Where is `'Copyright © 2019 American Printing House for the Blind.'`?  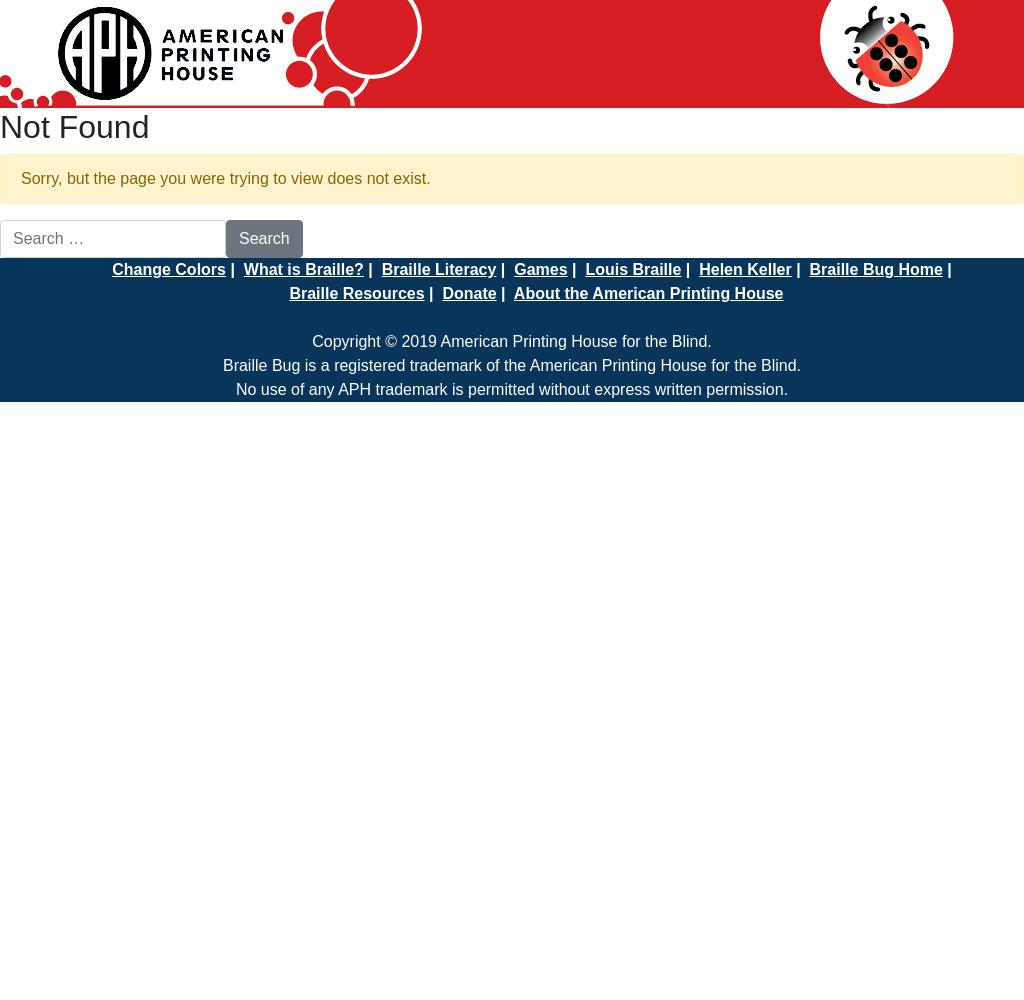 'Copyright © 2019 American Printing House for the Blind.' is located at coordinates (311, 340).